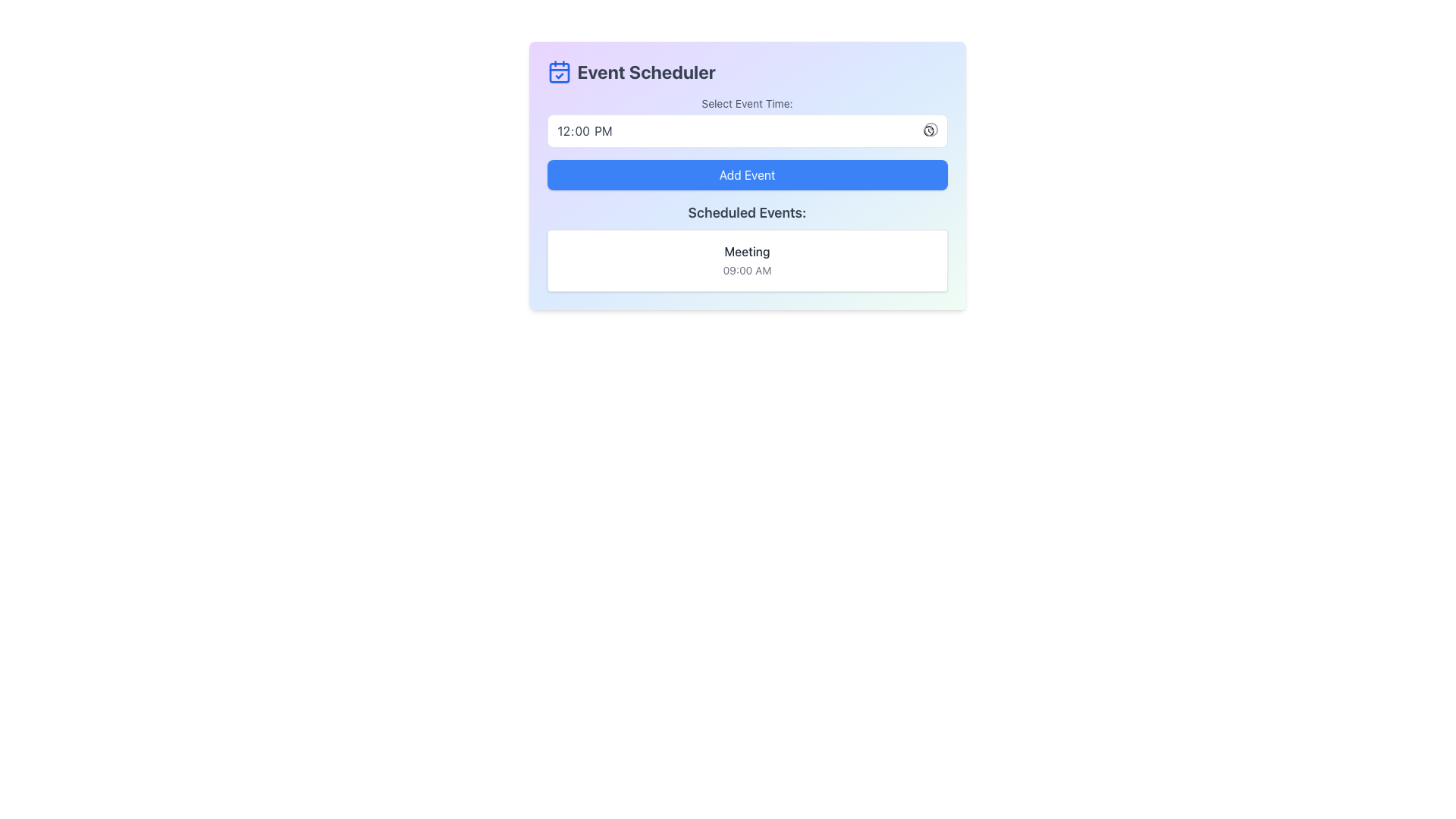 The image size is (1456, 819). I want to click on the decorative circle element inside the clock icon located to the right of the 'Select Event Time' input field, so click(930, 128).